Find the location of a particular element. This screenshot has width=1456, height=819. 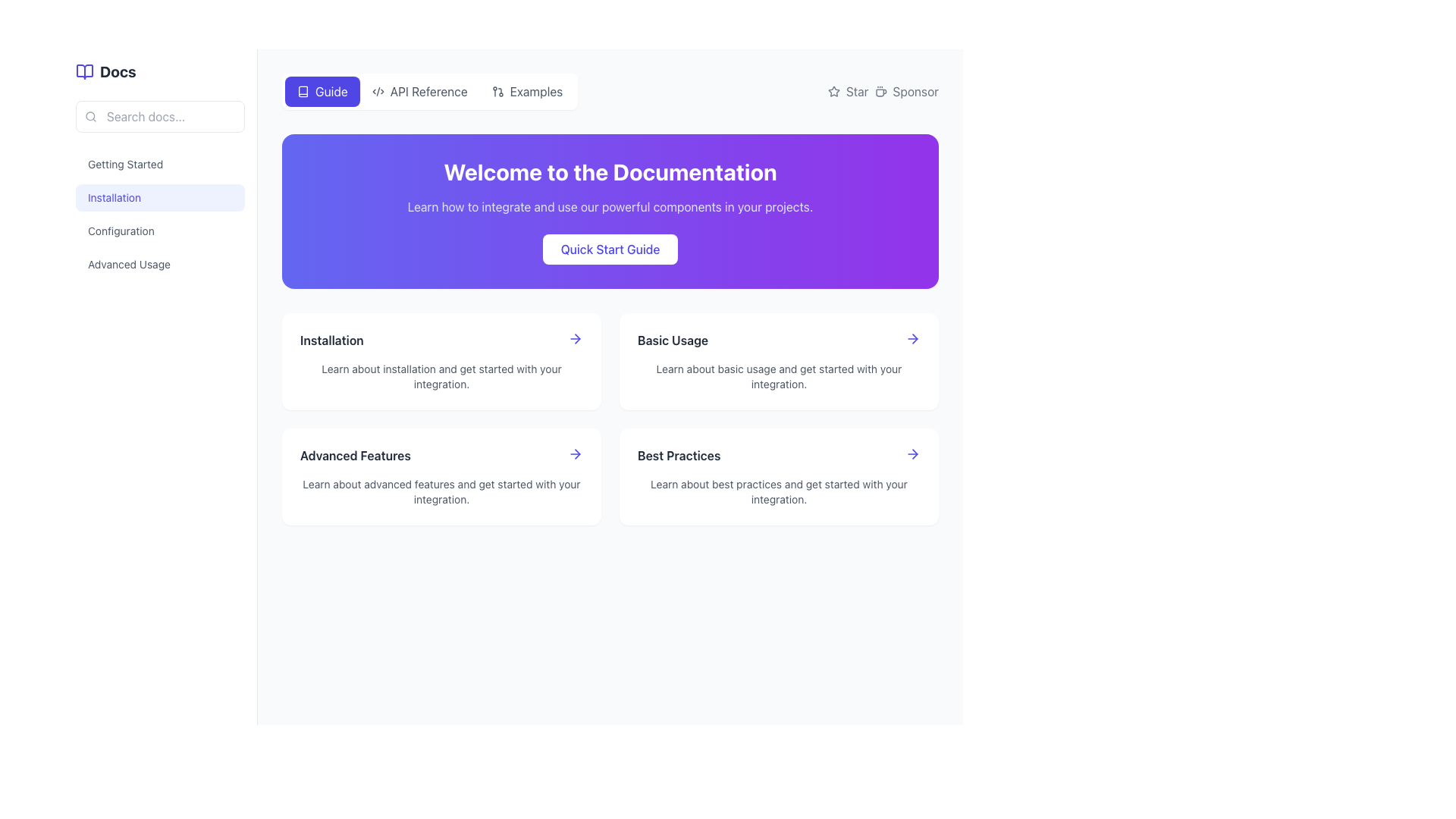

text label 'Advanced Features' which is displayed in bold dark grey font, located in the second column of the lower row in a four-tile grid layout is located at coordinates (354, 455).